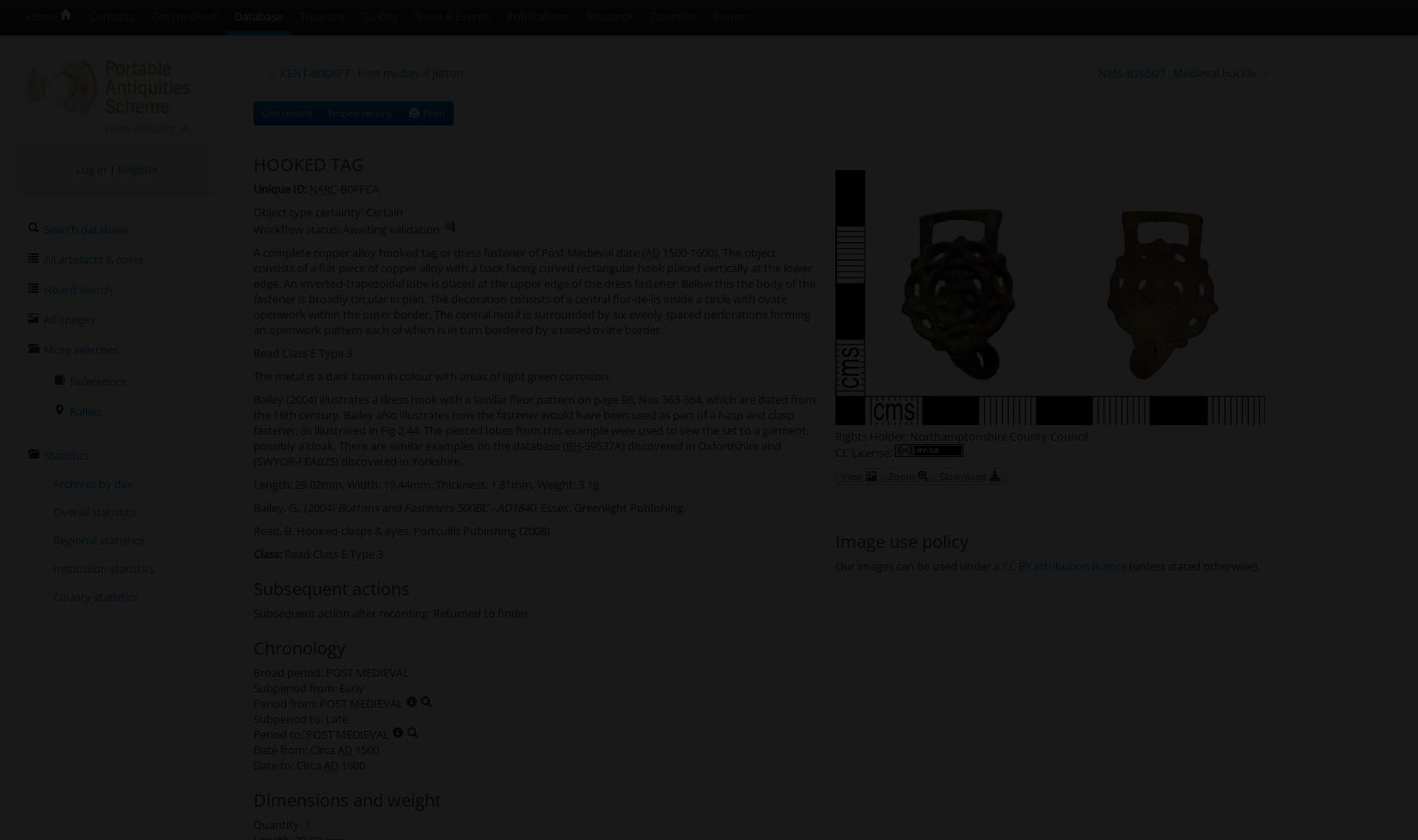 The height and width of the screenshot is (840, 1418). What do you see at coordinates (70, 411) in the screenshot?
I see `'Rallies'` at bounding box center [70, 411].